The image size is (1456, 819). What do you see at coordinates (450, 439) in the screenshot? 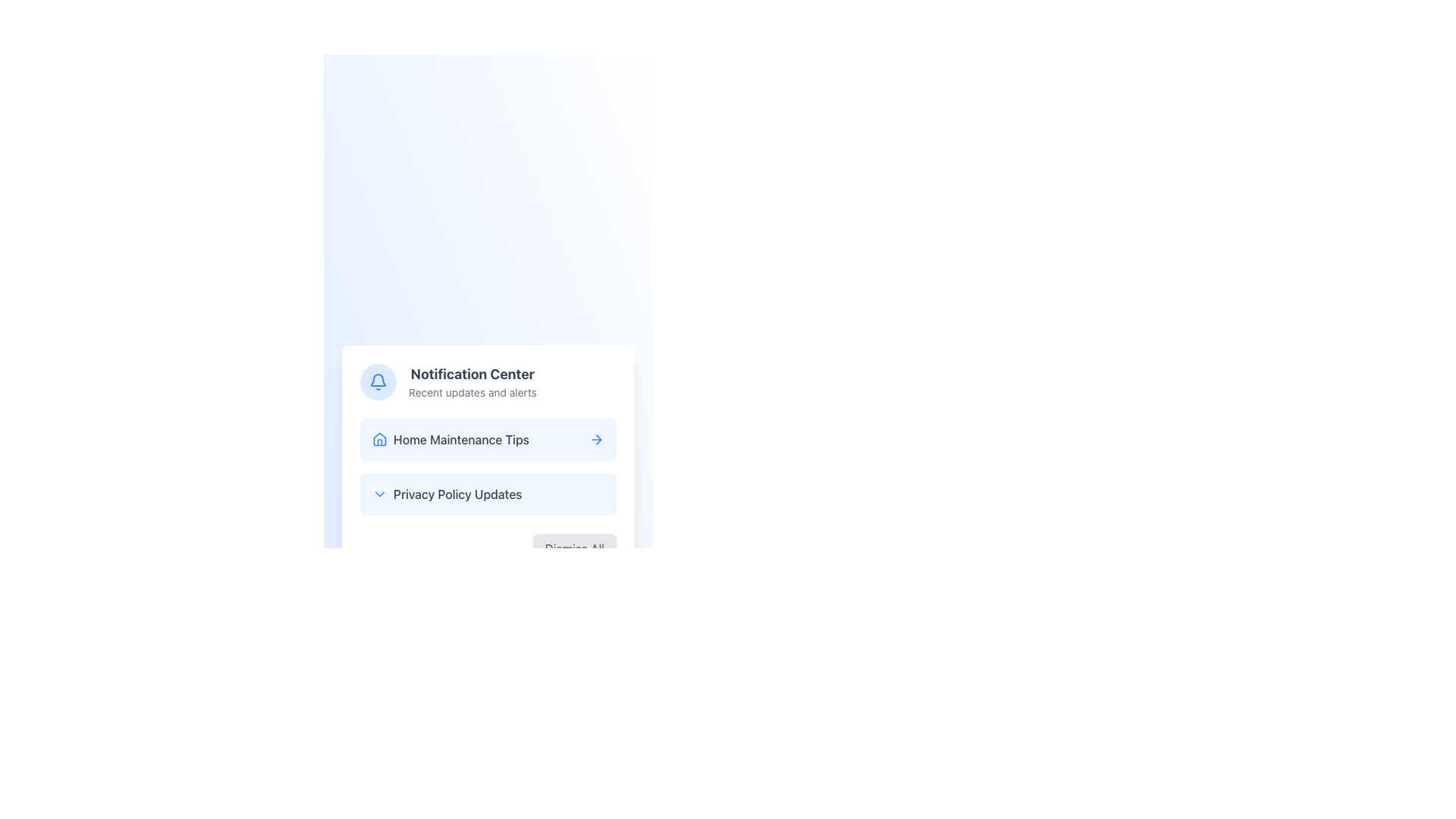
I see `the 'Home Maintenance Tips' clickable list item with a blue house icon located in the Notification Center` at bounding box center [450, 439].